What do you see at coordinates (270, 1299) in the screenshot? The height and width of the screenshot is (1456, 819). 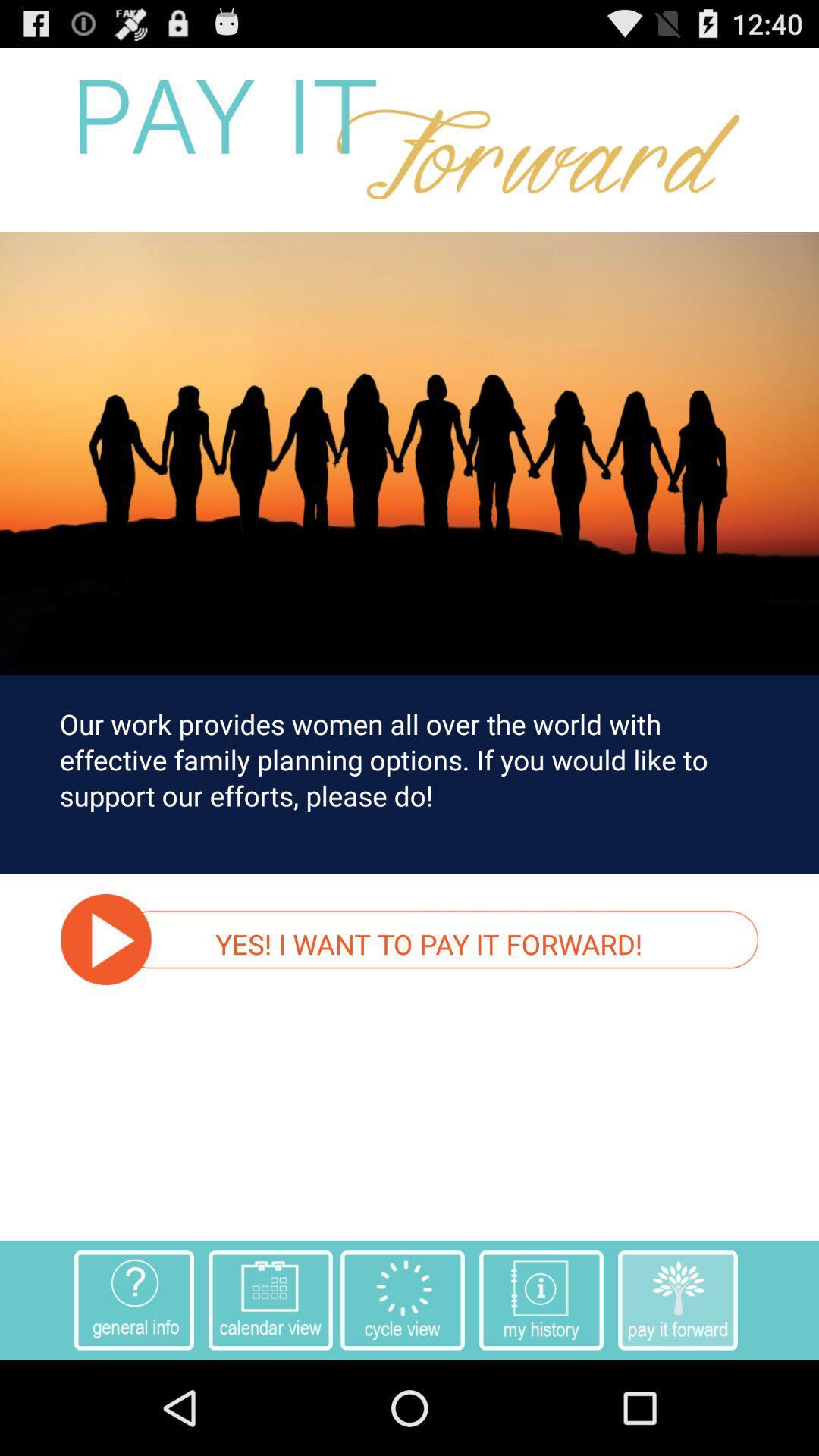 I see `the second button which is at the bottom of the page` at bounding box center [270, 1299].